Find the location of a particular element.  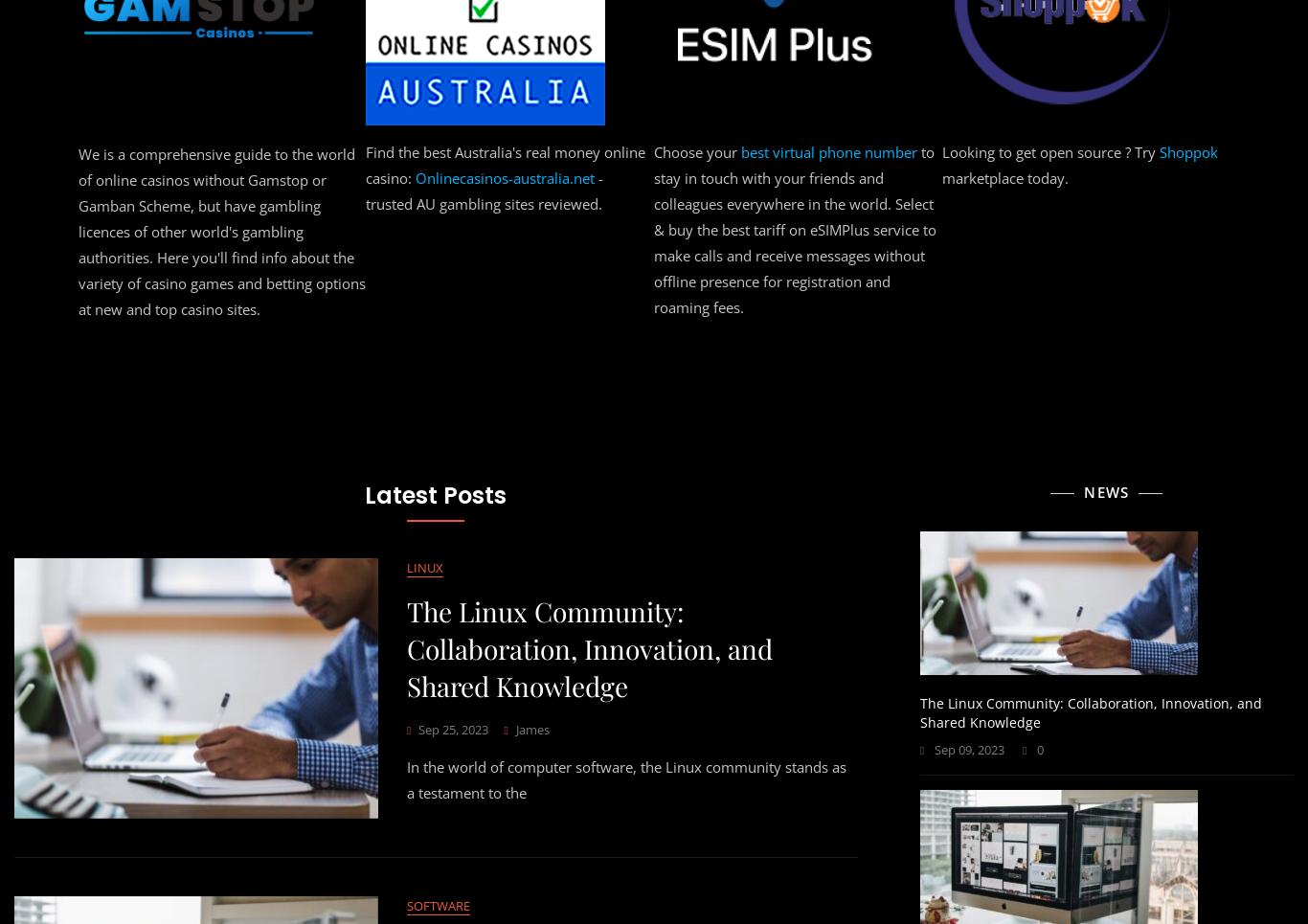

'best design agencies in the world' is located at coordinates (573, 151).